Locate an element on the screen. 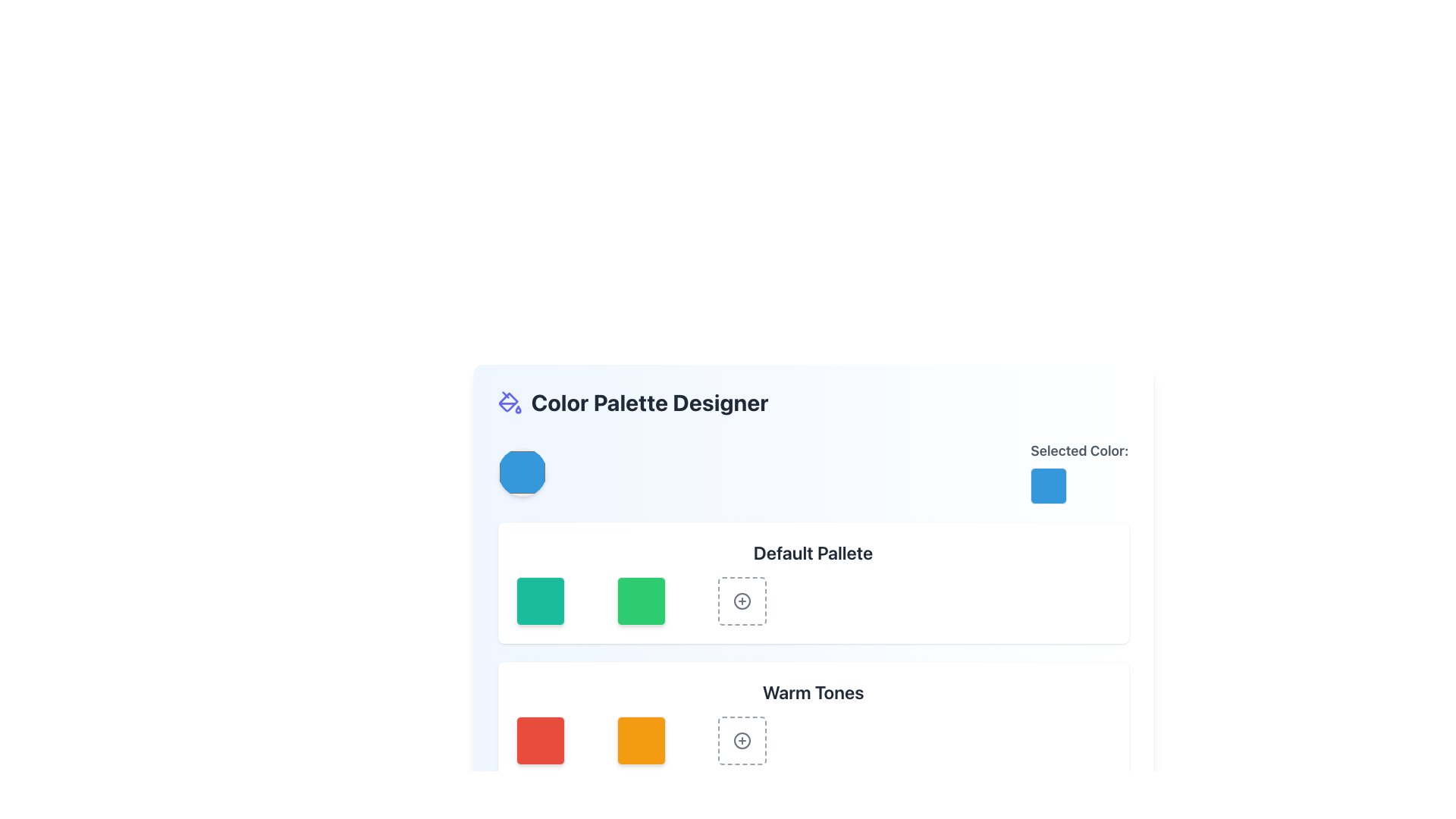 The image size is (1456, 819). the blue circular color swatch, which is prominently positioned is located at coordinates (522, 472).